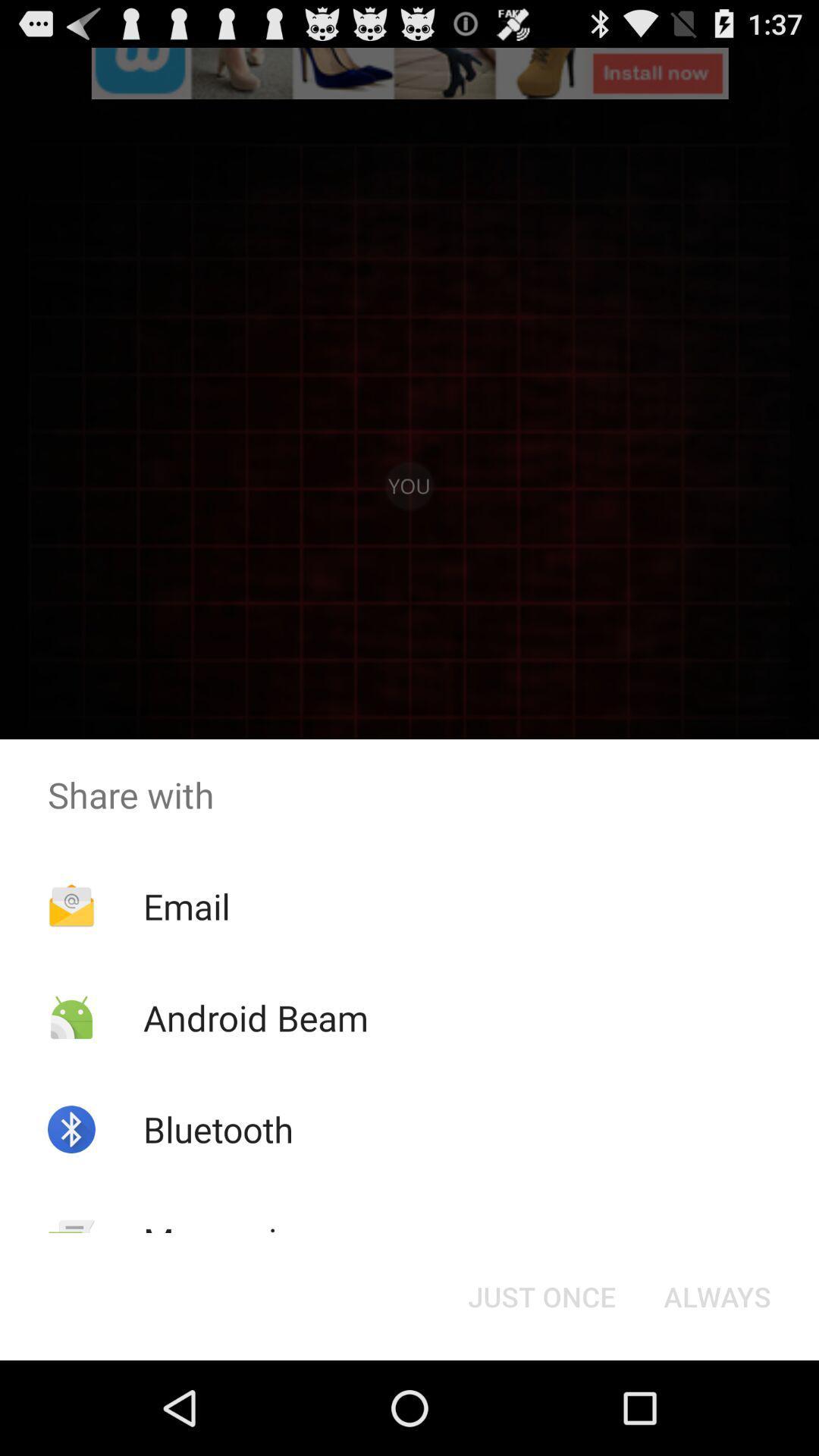 The image size is (819, 1456). I want to click on the item below the email icon, so click(255, 1018).